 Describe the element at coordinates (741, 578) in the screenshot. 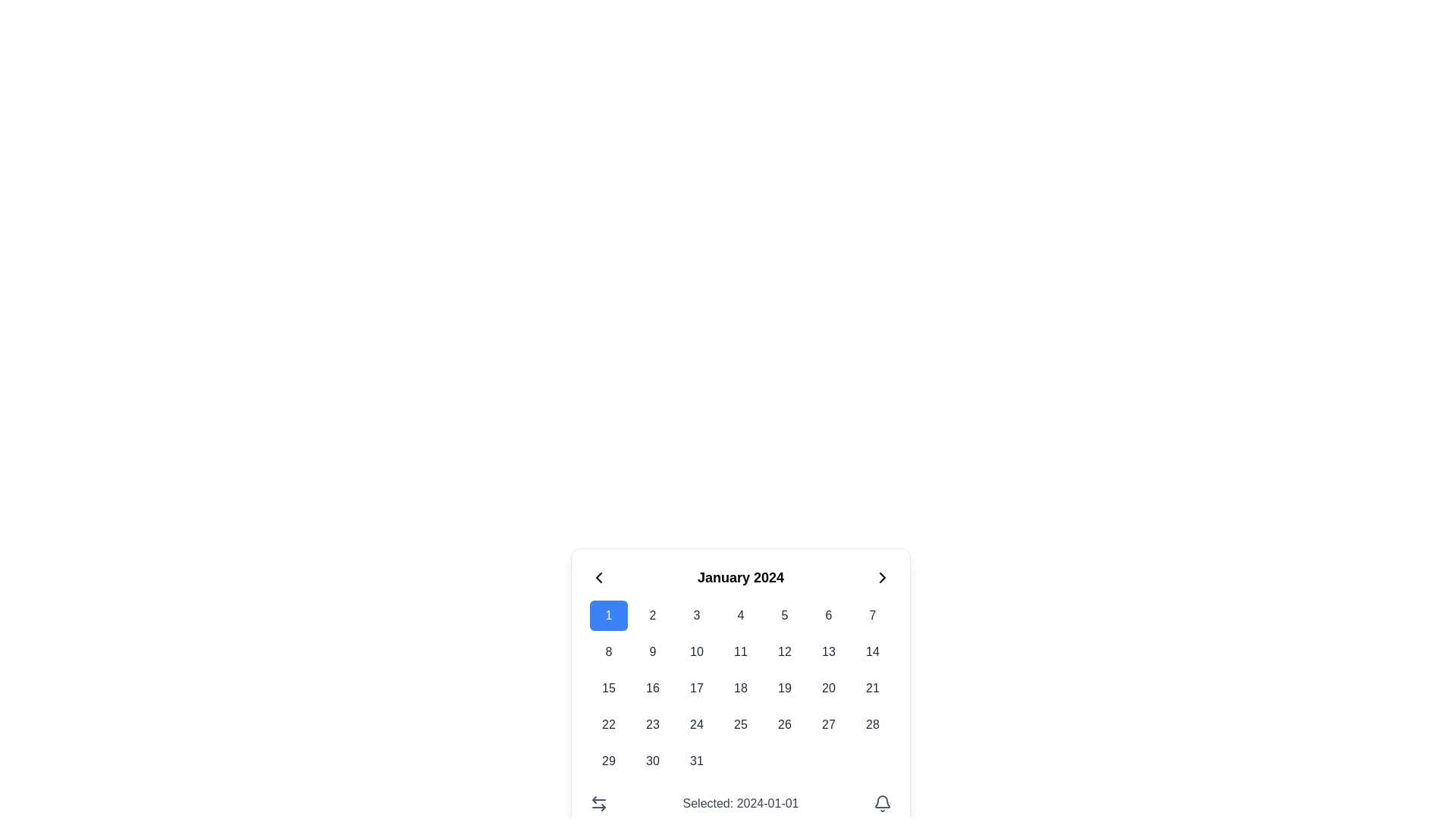

I see `the text label displaying 'January 2024', which is the heading of the calendar interface, positioned between two chevron icons` at that location.